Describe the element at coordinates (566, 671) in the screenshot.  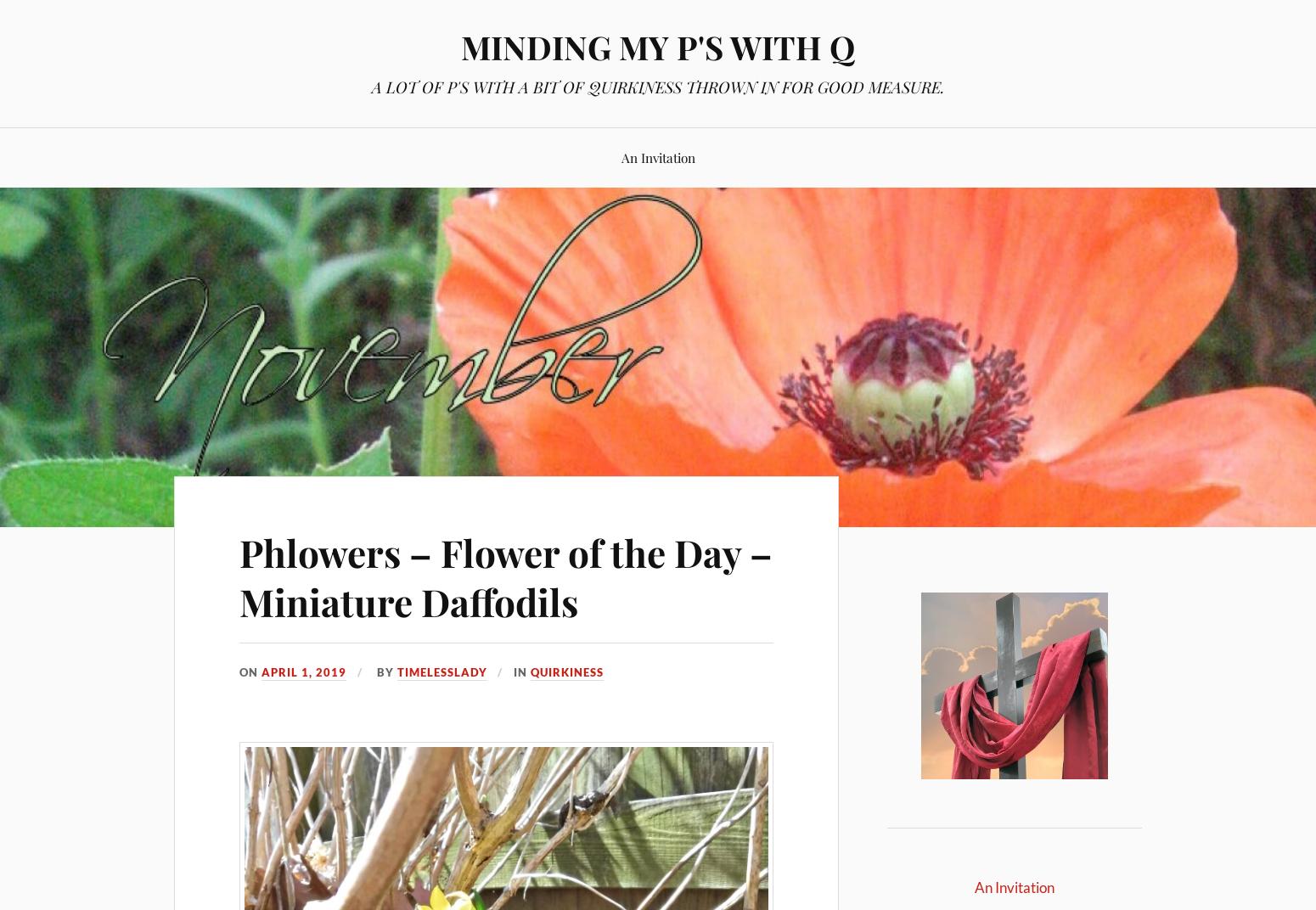
I see `'Quirkiness'` at that location.